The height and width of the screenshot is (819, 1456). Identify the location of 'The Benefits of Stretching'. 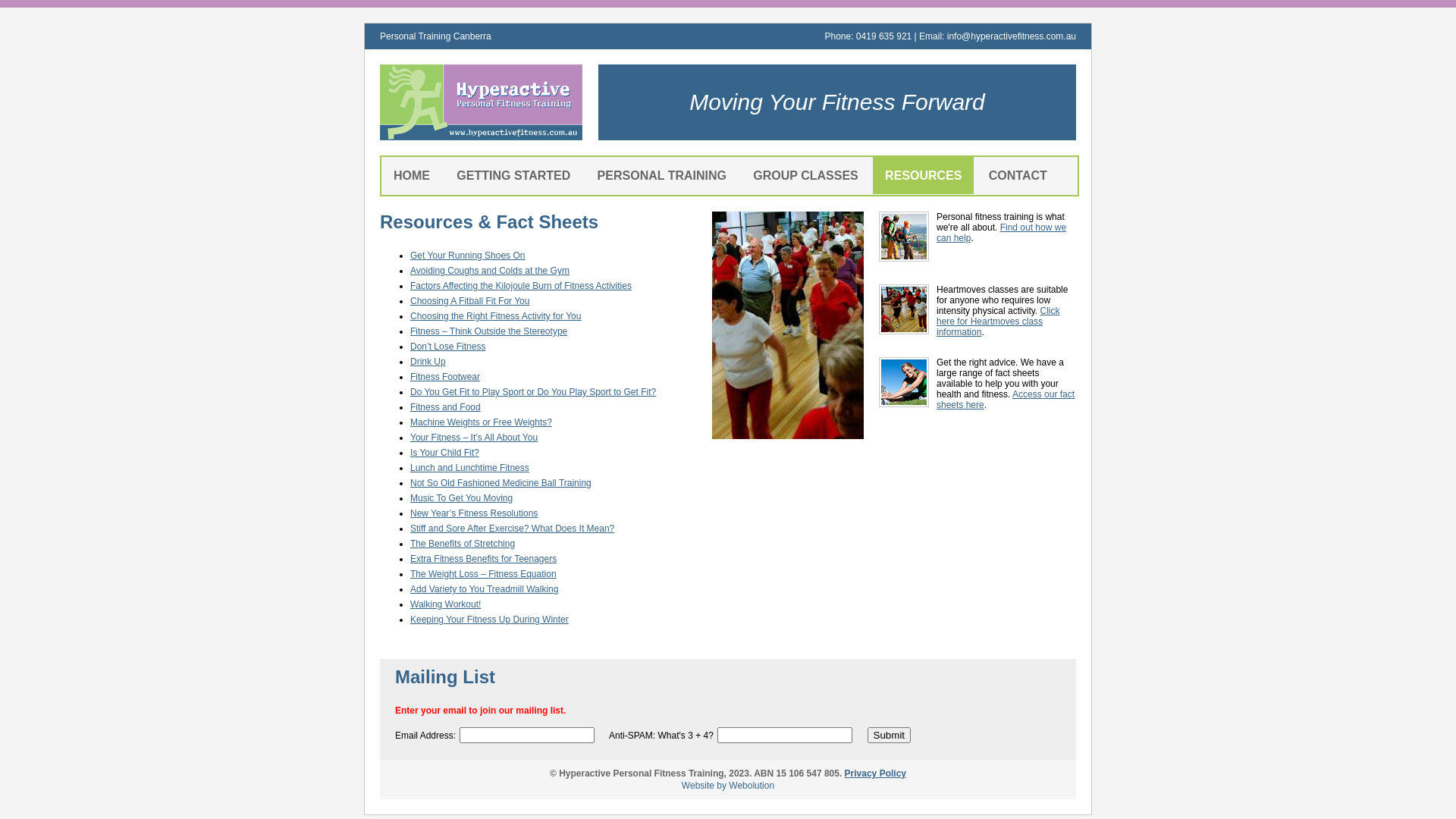
(461, 543).